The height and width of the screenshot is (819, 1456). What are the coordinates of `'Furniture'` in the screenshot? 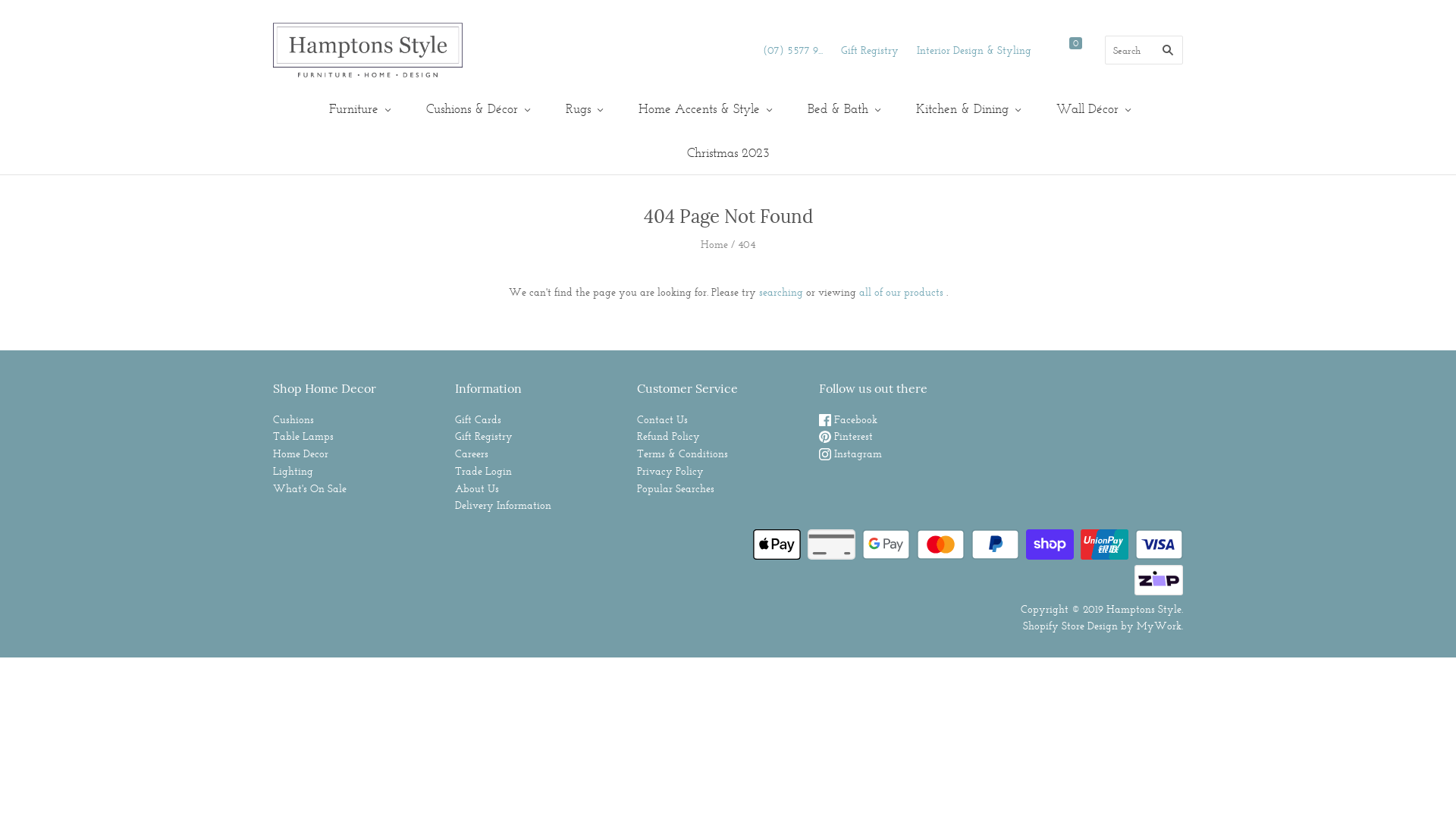 It's located at (356, 108).